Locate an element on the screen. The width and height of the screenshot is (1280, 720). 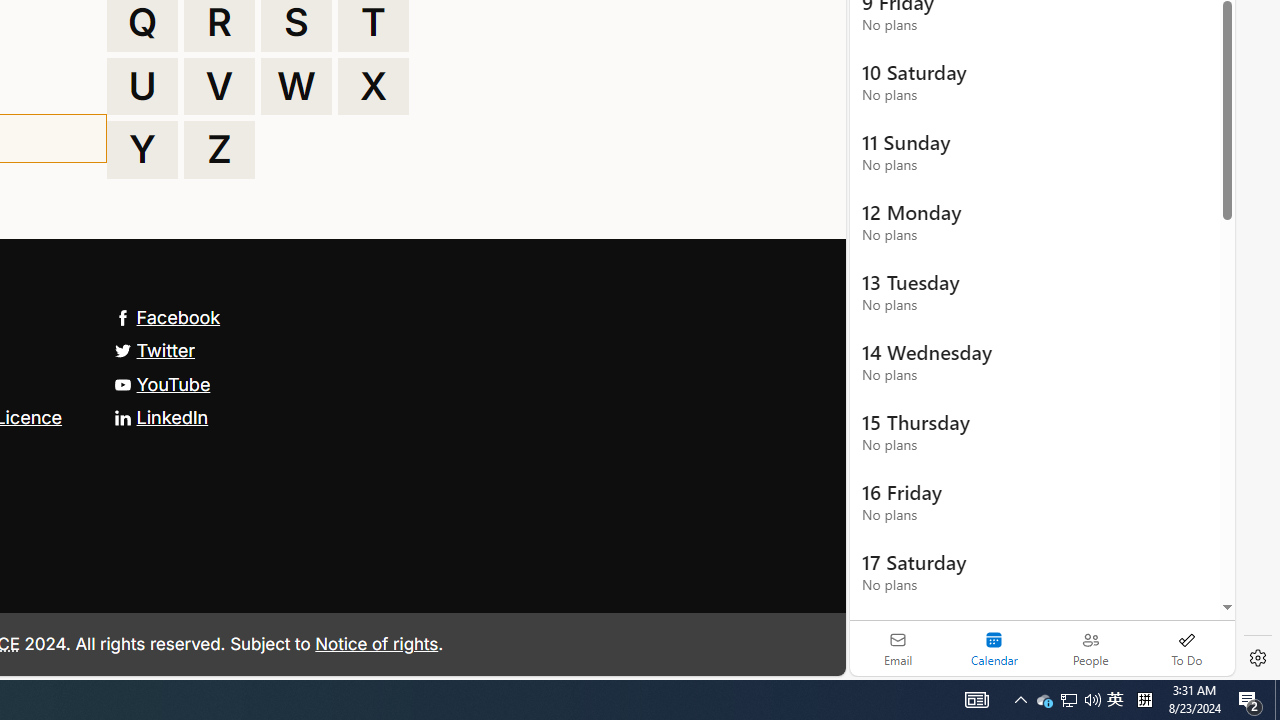
'Facebook' is located at coordinates (167, 316).